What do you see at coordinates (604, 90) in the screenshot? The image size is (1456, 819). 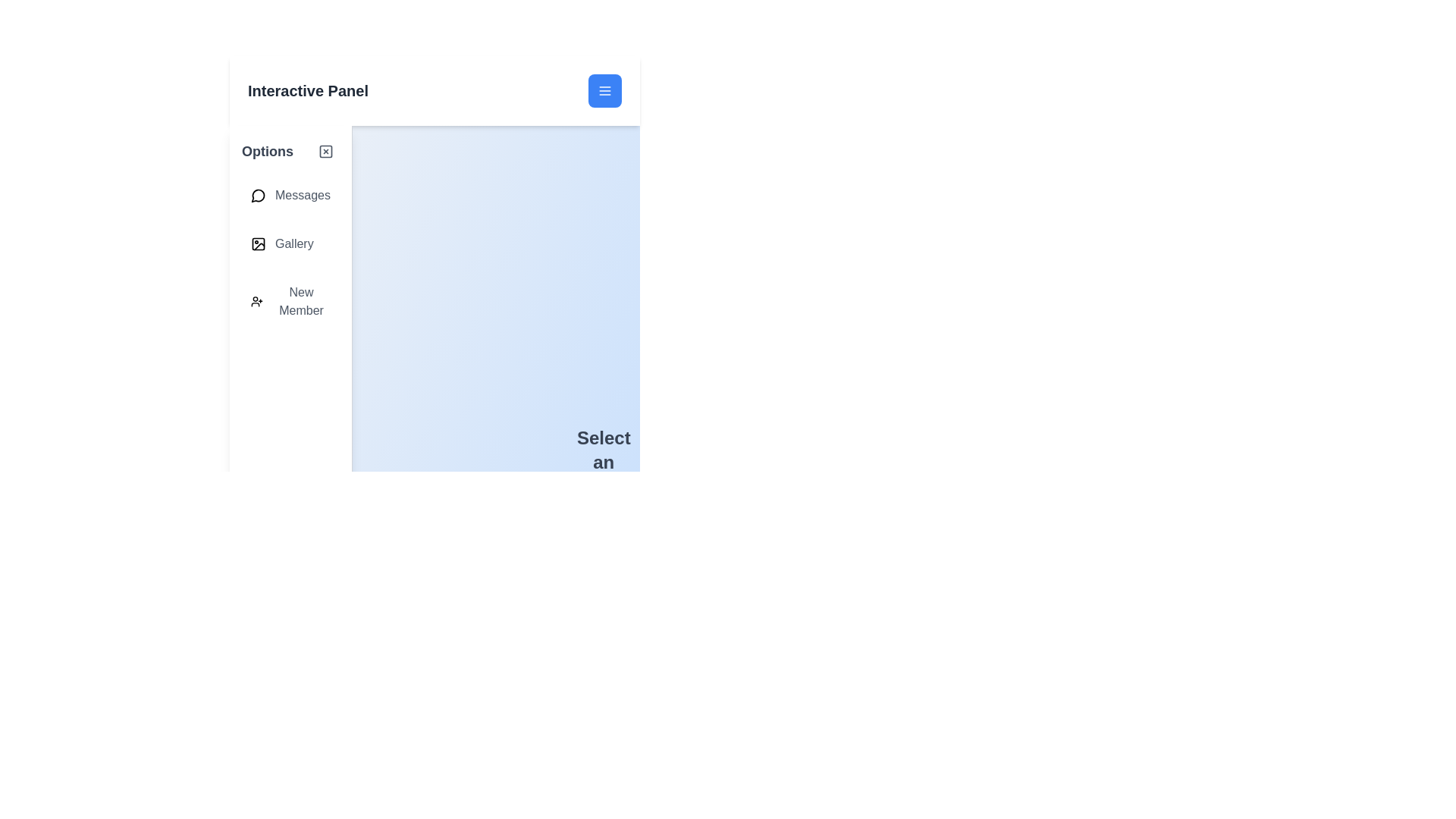 I see `the blue rounded rectangular button with white horizontal lines in the center, located in the top-right corner of the 'Interactive Panel'` at bounding box center [604, 90].